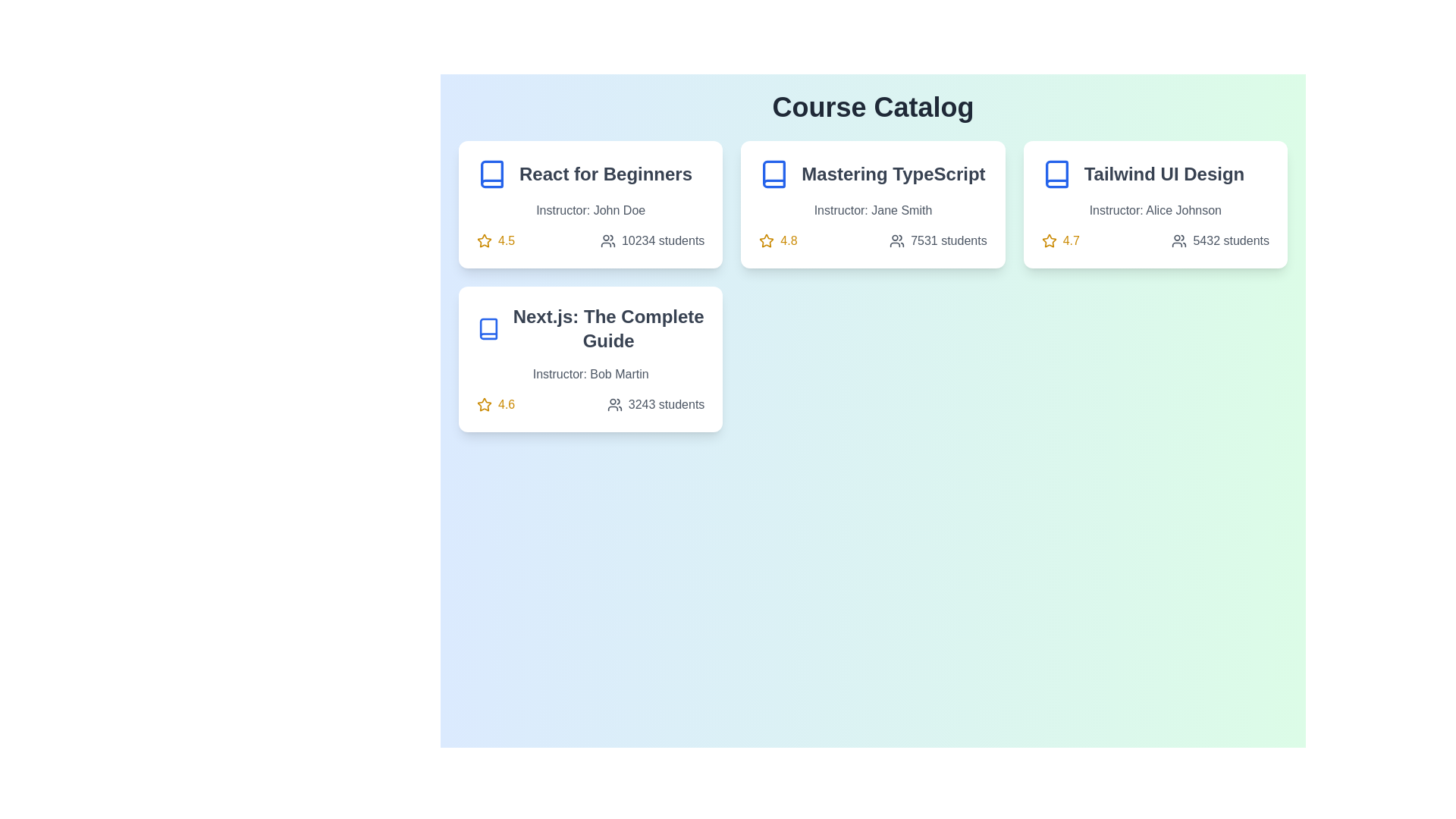 This screenshot has width=1456, height=819. What do you see at coordinates (778, 240) in the screenshot?
I see `the Rating display component, which features a prominent yellow star icon followed by the text '4.8', located in the second card (Mastering TypeScript) of the Course Catalog grid` at bounding box center [778, 240].